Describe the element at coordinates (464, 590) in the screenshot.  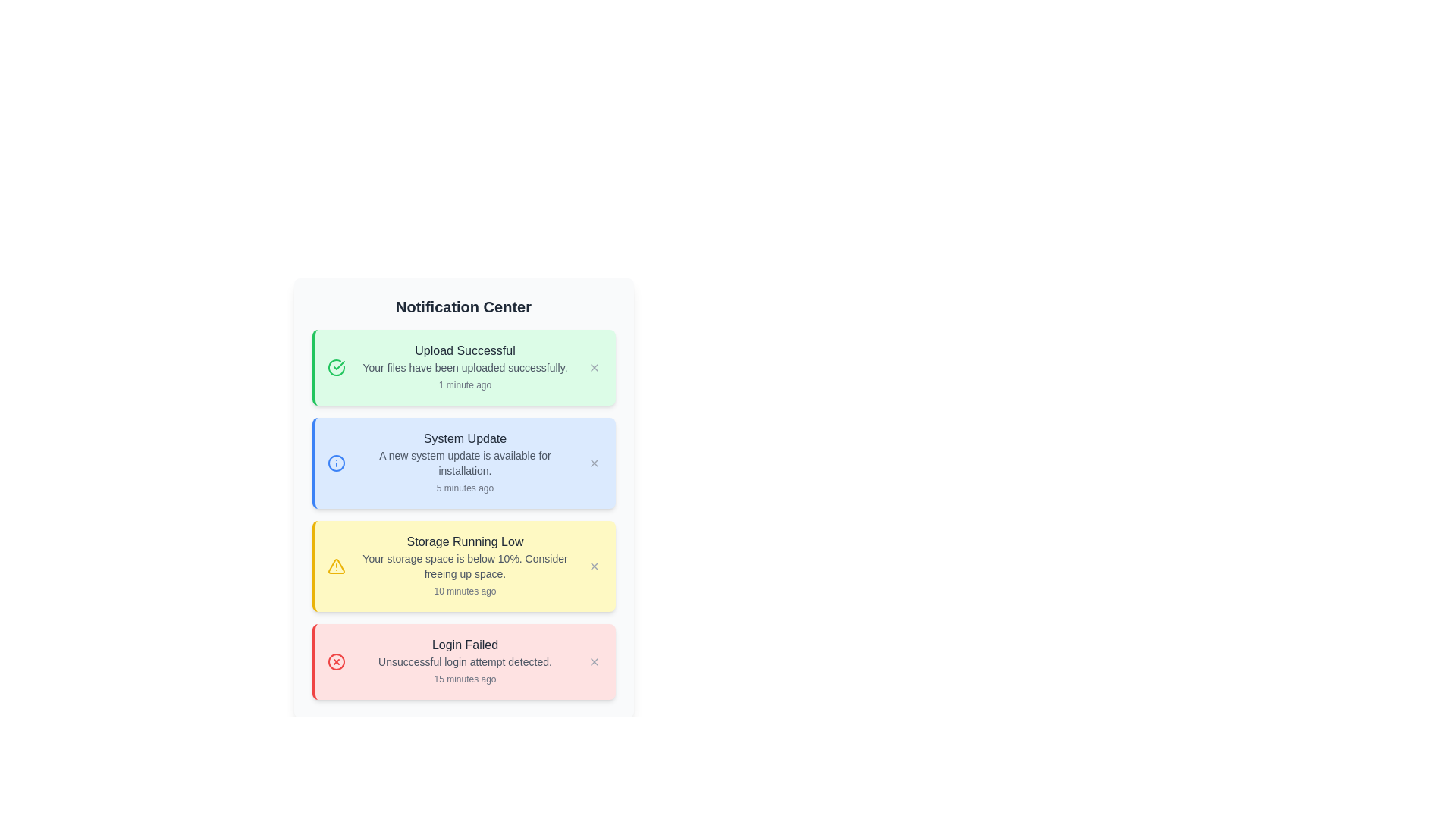
I see `the label indicating the time elapsed since the notification was generated, located at the bottom-right of the third notification card about storage space` at that location.